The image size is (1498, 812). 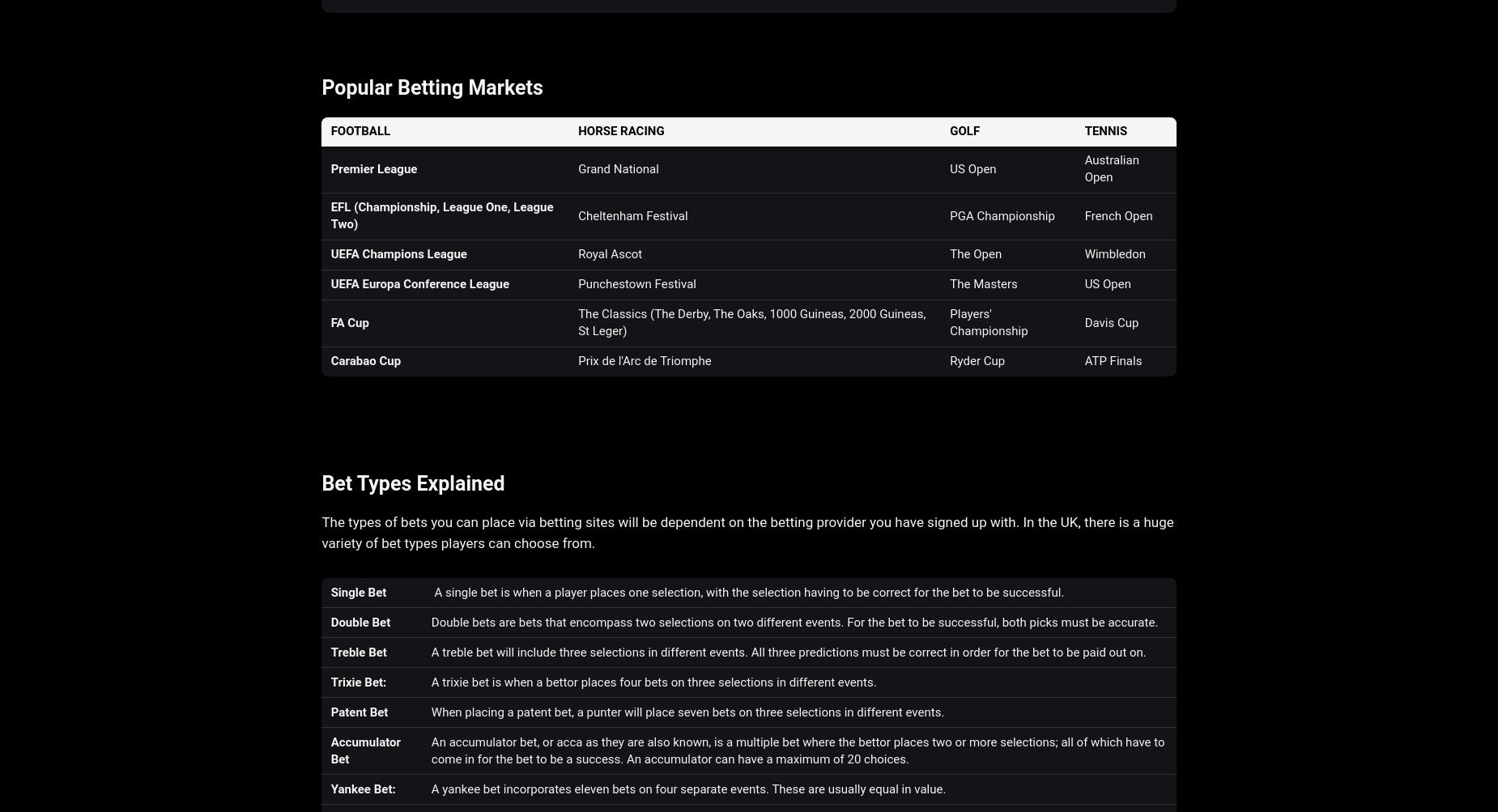 I want to click on 'A yankee bet incorporates eleven bets on four separate events. These are usually equal in value.', so click(x=688, y=788).